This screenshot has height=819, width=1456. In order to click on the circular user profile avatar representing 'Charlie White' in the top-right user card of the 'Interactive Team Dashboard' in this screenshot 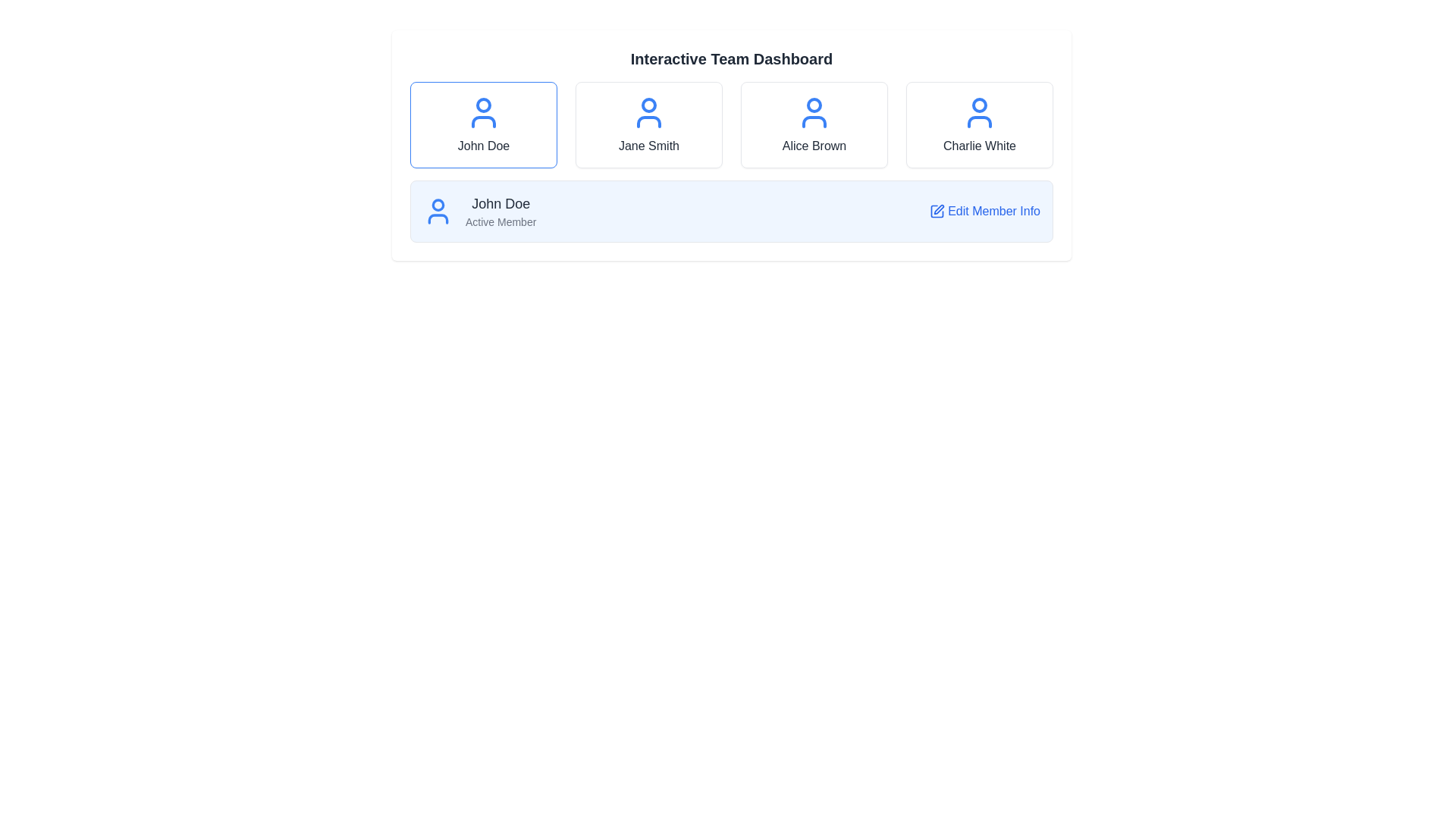, I will do `click(979, 104)`.